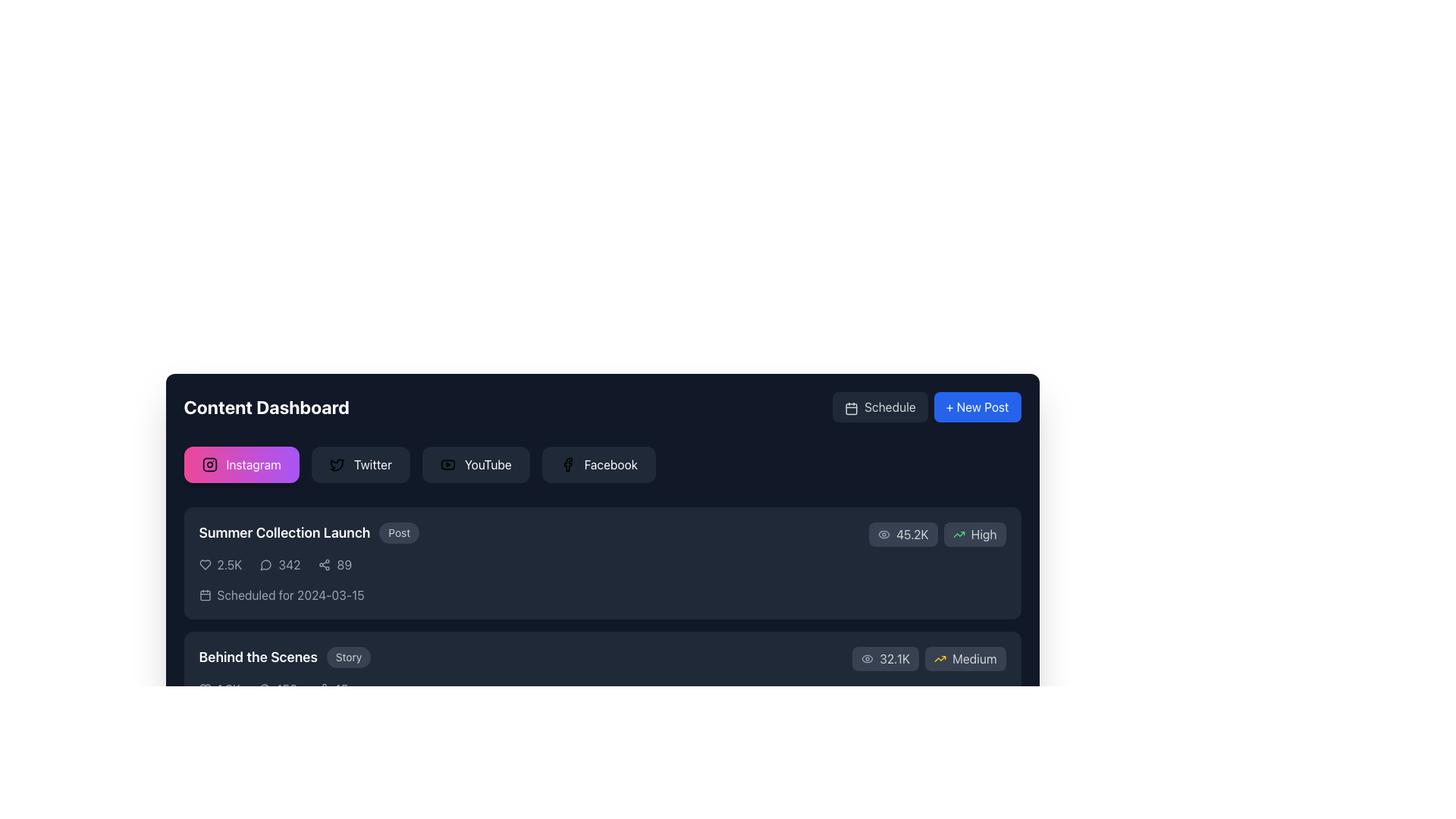  I want to click on label indicating the status or category labeled as 'Medium' located at the bottom-right corner of the card-like structure, which is the second item in a row next to '32.1K' with an eye icon, so click(965, 657).